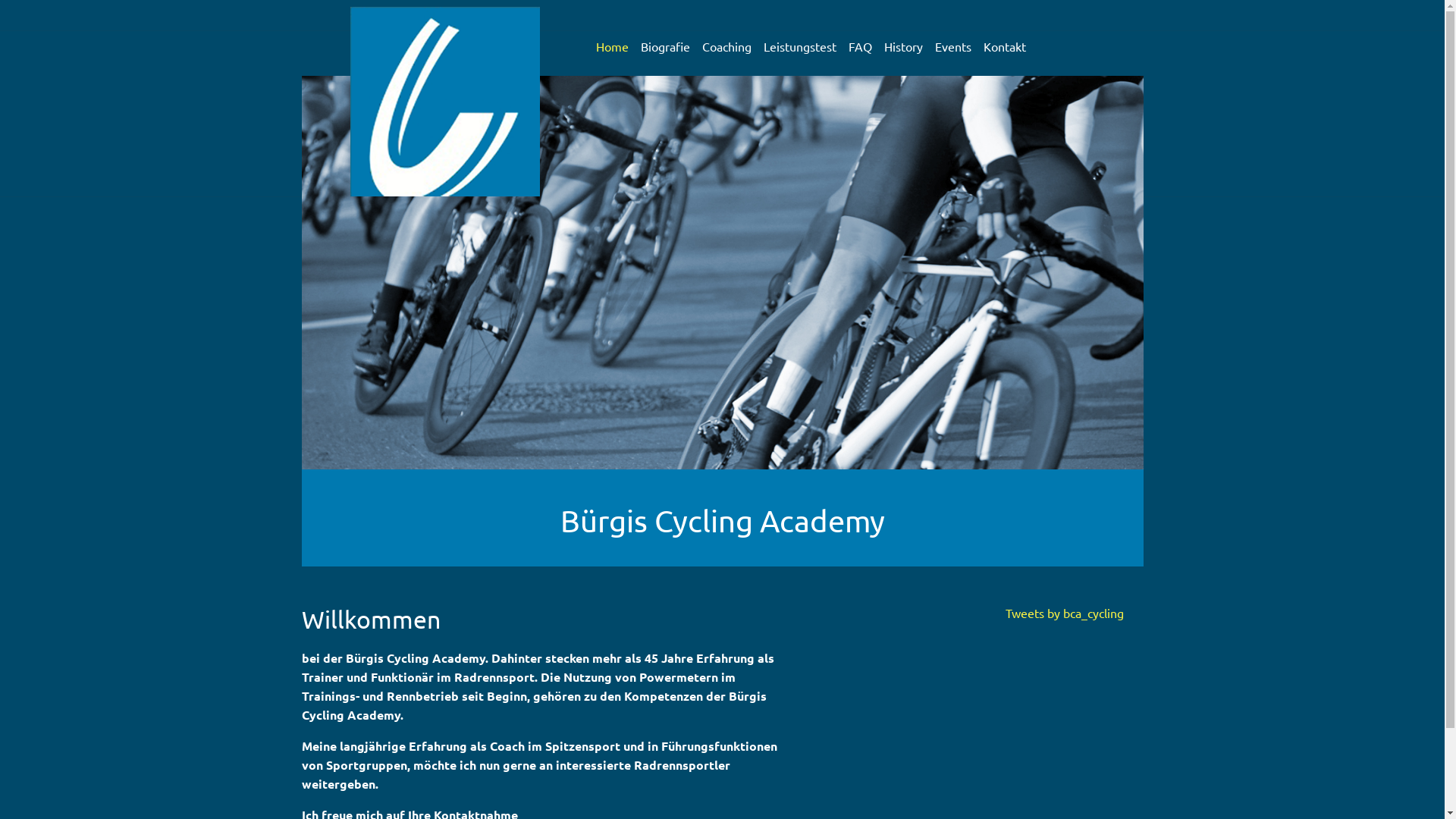 This screenshot has width=1456, height=819. What do you see at coordinates (1063, 611) in the screenshot?
I see `'Tweets by bca_cycling'` at bounding box center [1063, 611].